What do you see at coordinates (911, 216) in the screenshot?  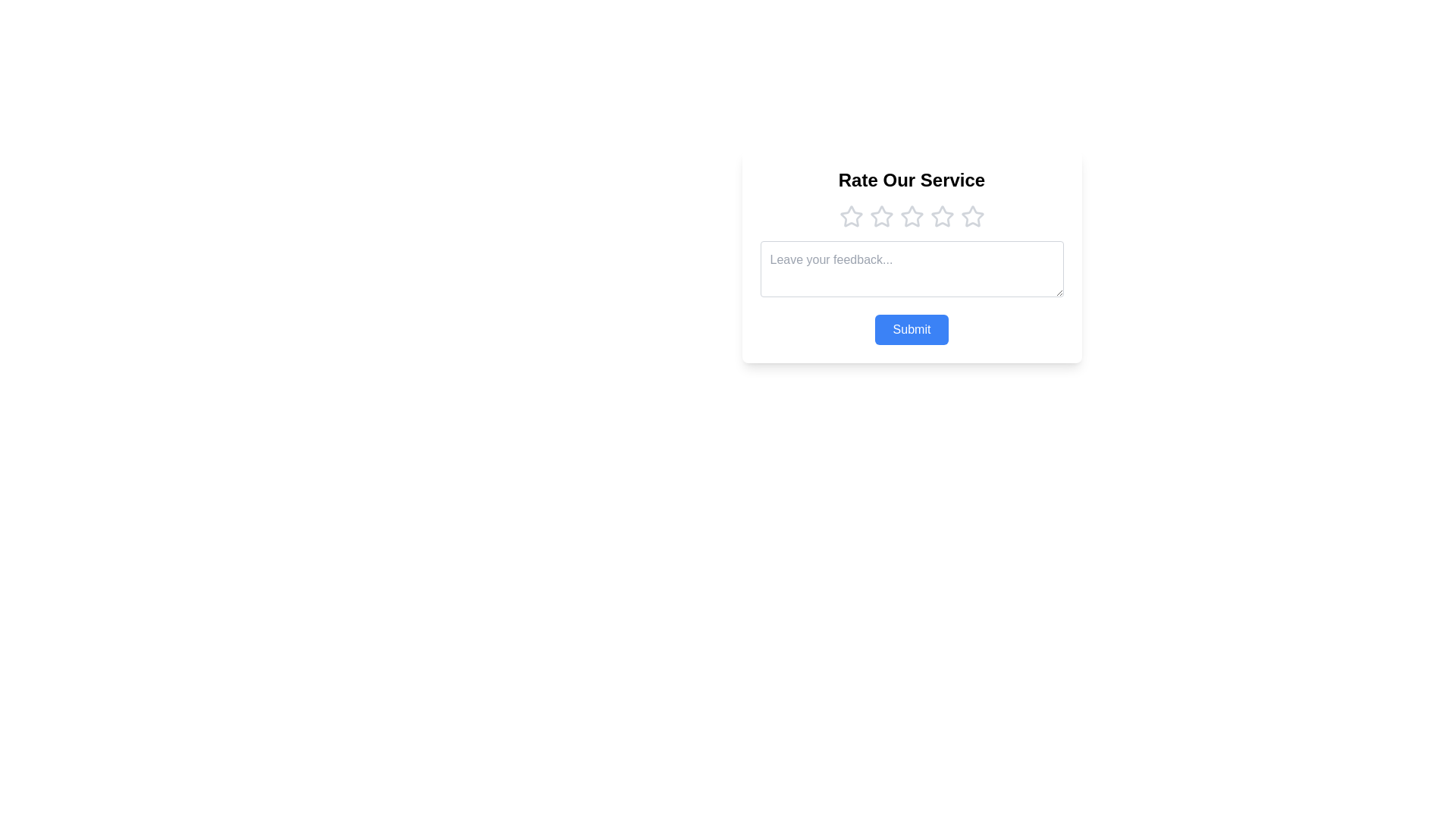 I see `the third star in the rating system` at bounding box center [911, 216].